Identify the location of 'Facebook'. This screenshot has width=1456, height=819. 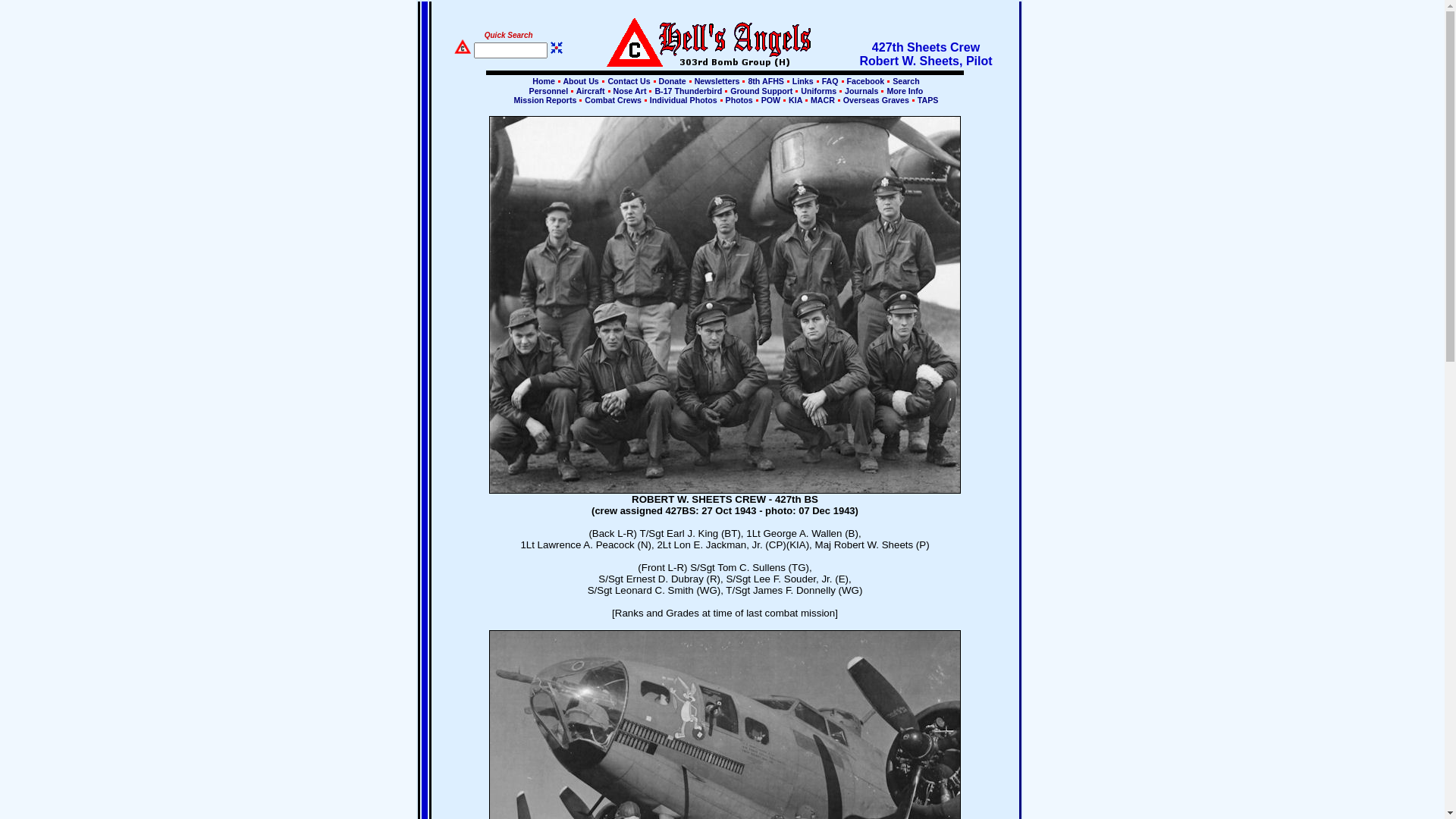
(866, 81).